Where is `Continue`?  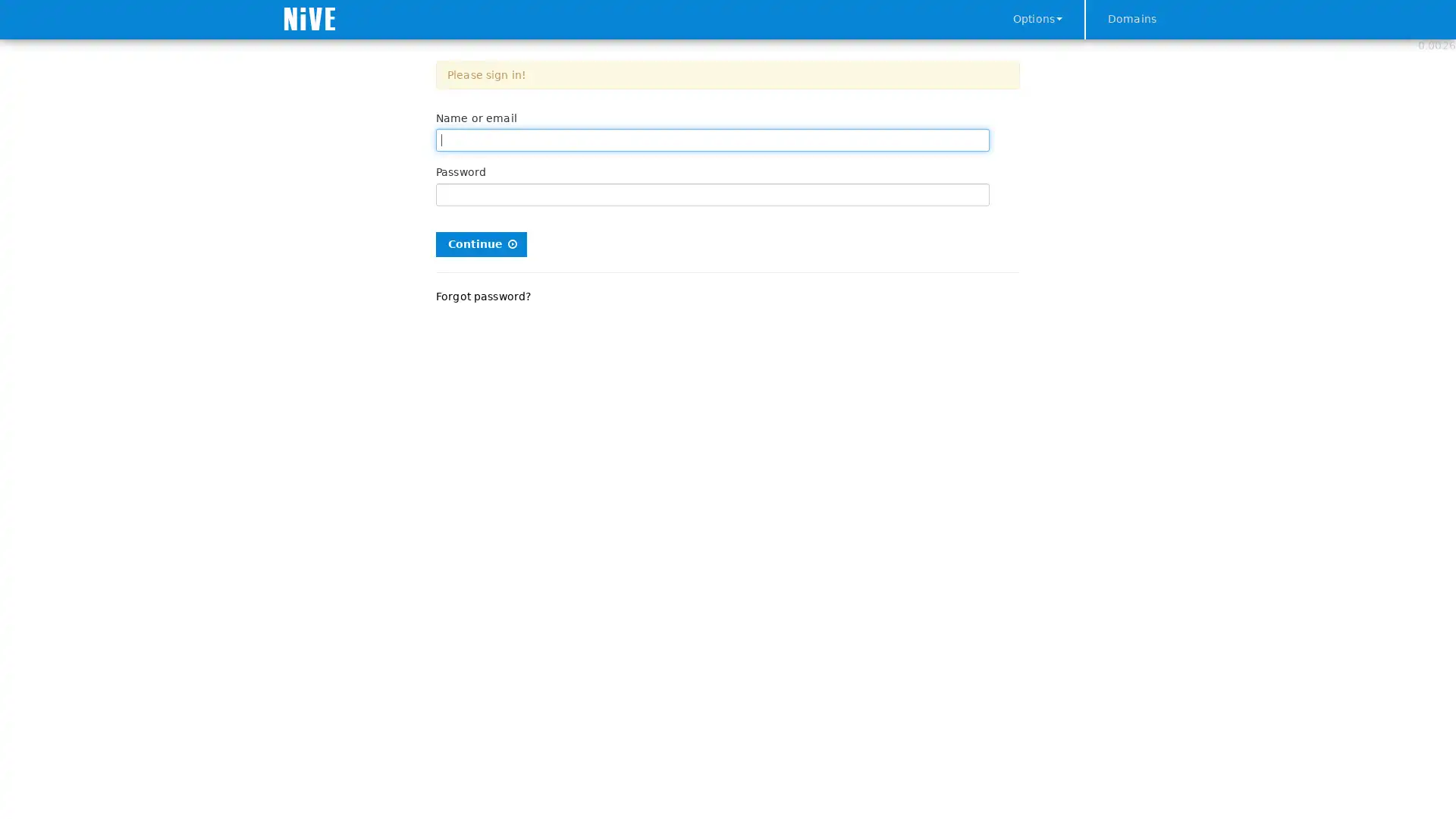
Continue is located at coordinates (480, 243).